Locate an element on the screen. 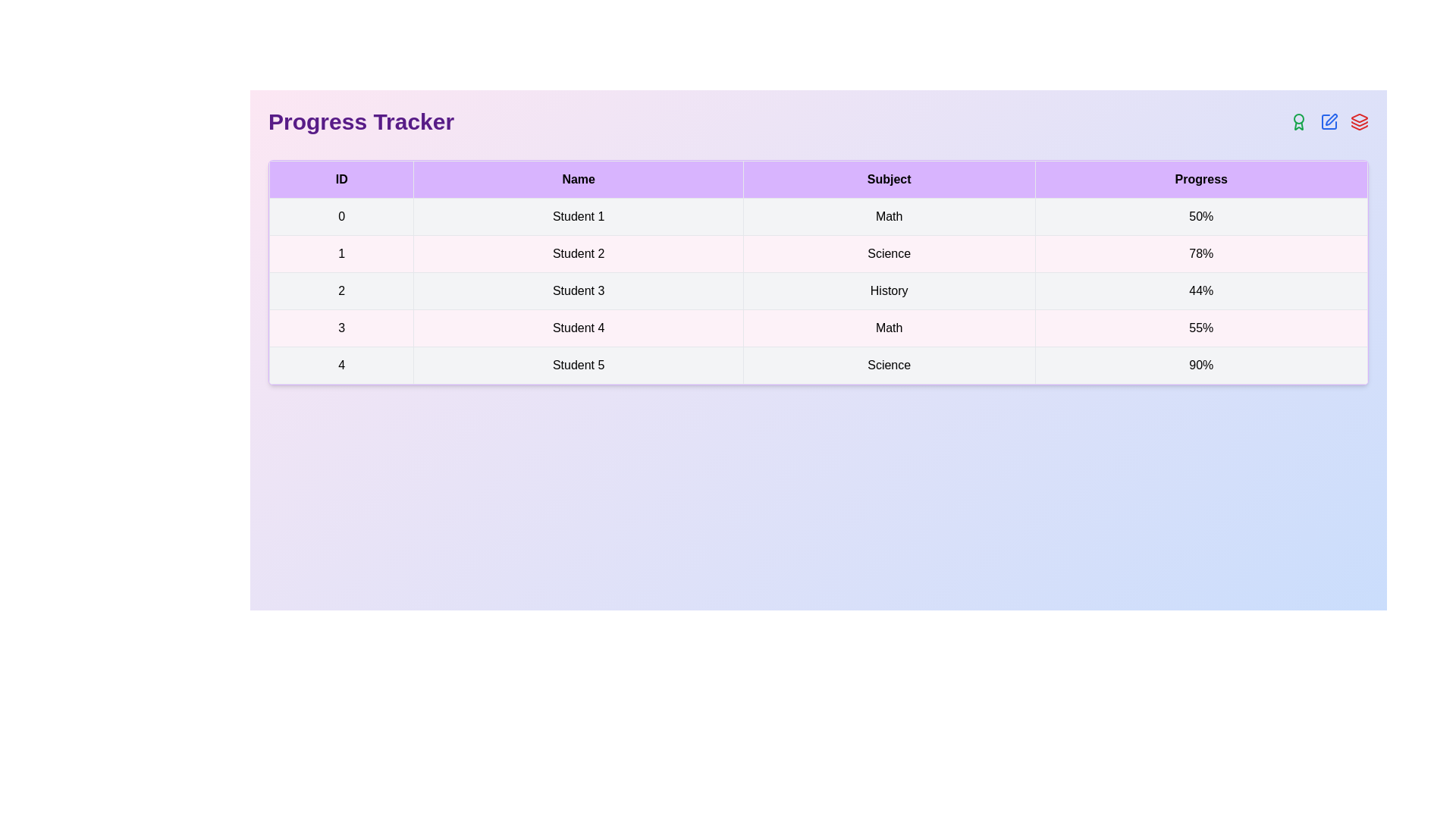 The width and height of the screenshot is (1456, 819). the row corresponding to the student with ID 3 is located at coordinates (817, 327).